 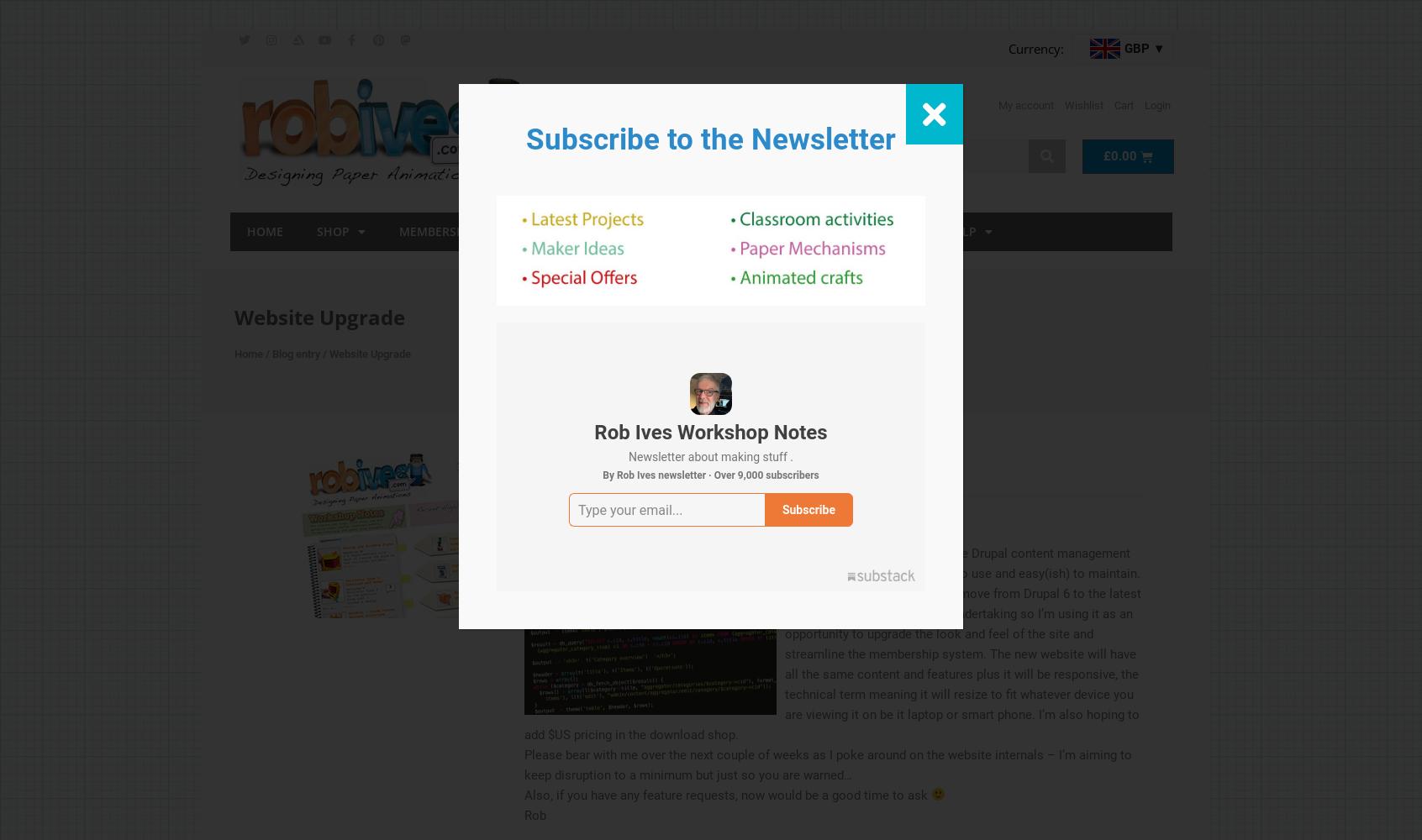 I want to click on 'Login', so click(x=1156, y=105).